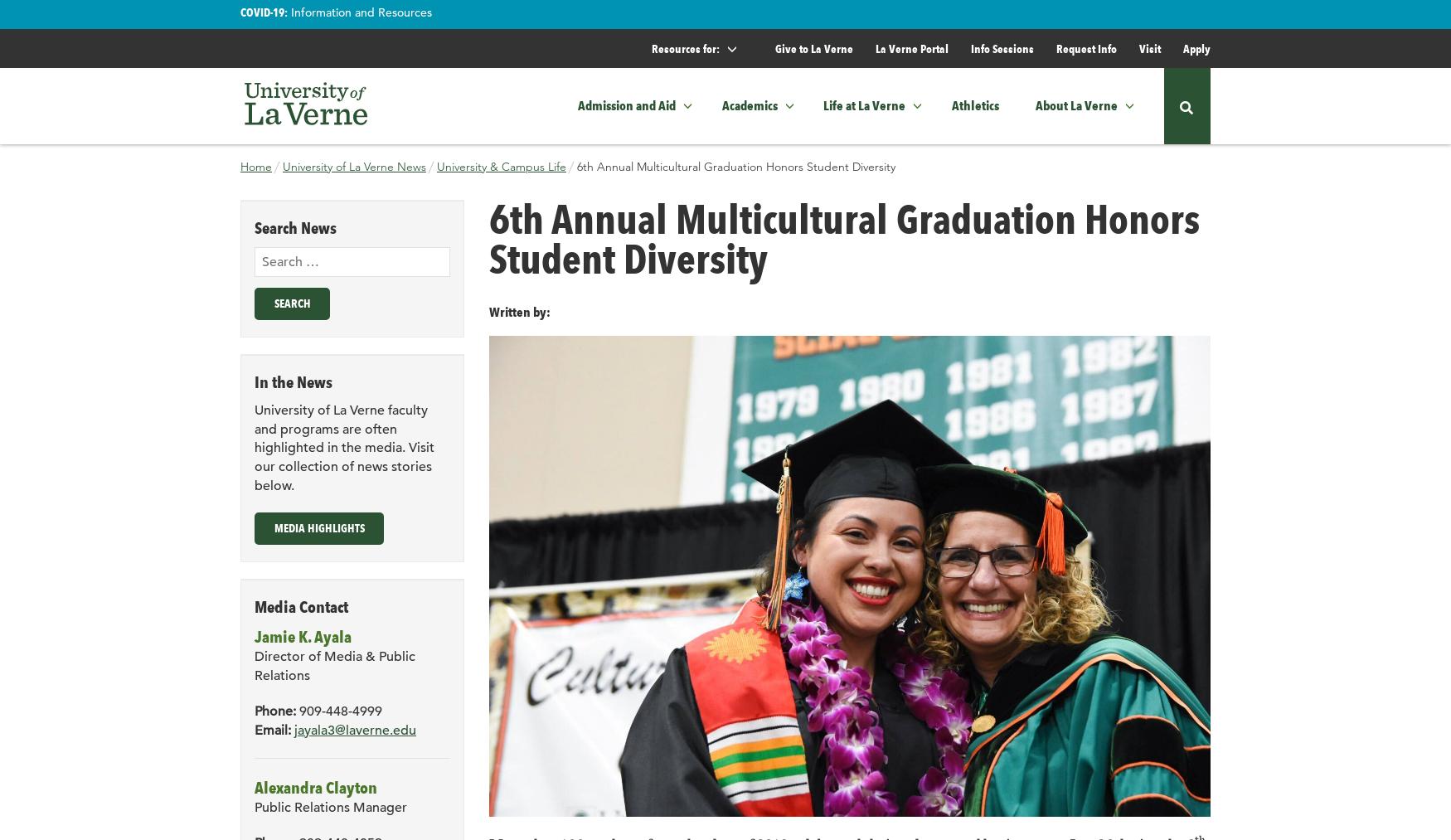 This screenshot has height=840, width=1451. I want to click on 'Media Contact', so click(301, 605).